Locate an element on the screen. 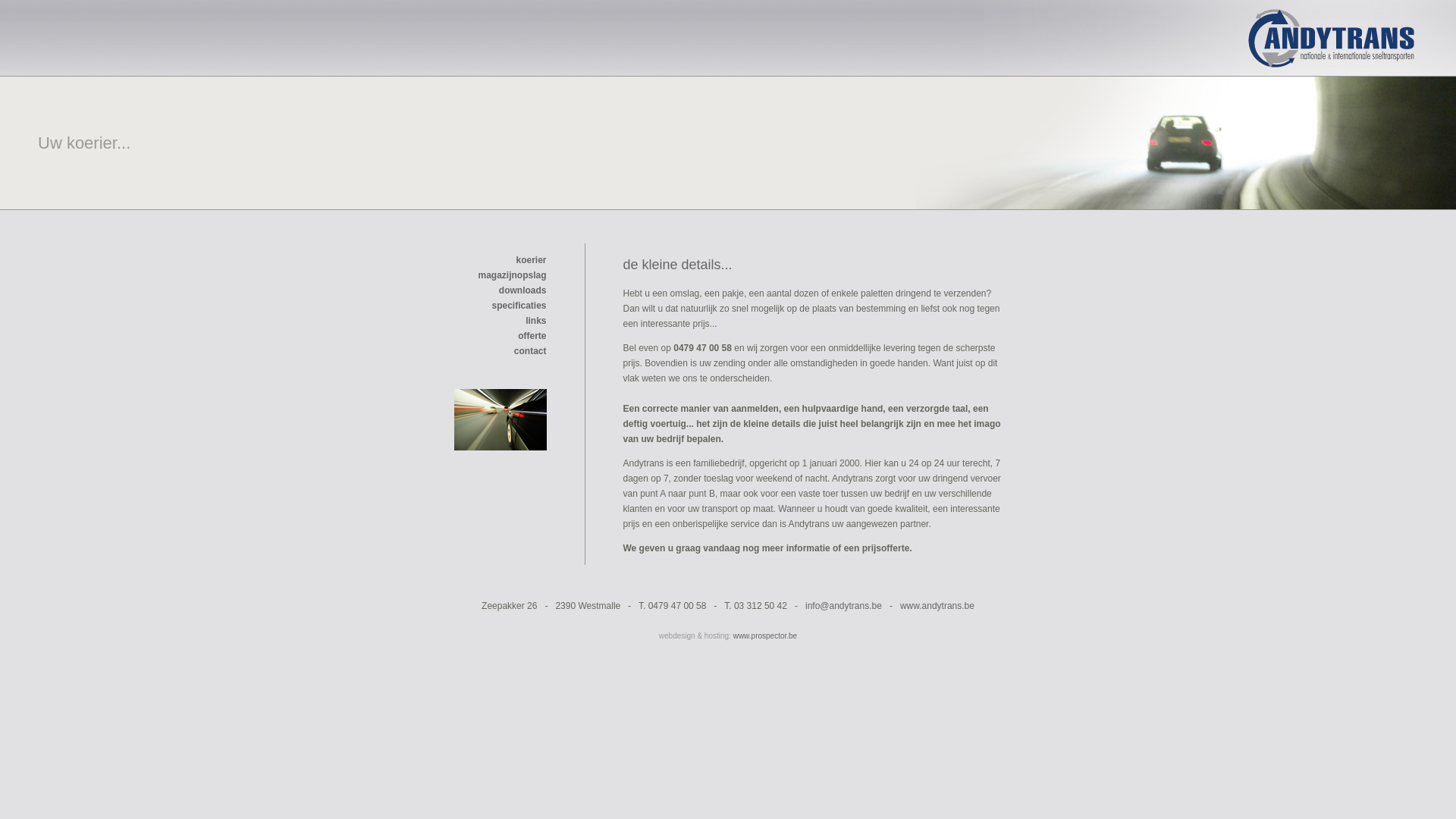 The height and width of the screenshot is (819, 1456). 'downloads' is located at coordinates (522, 290).